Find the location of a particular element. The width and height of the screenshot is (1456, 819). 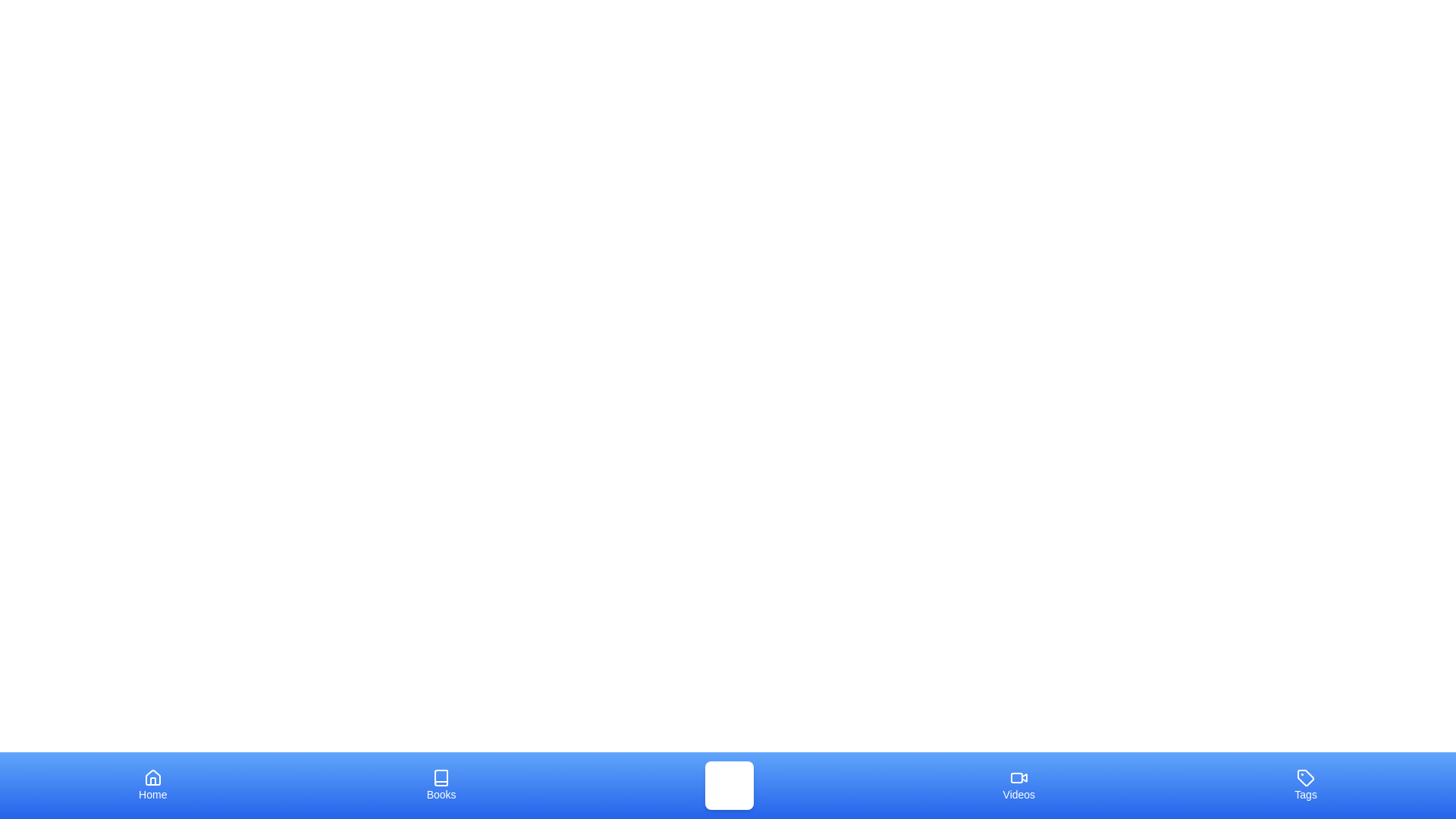

the tab labeled Tags is located at coordinates (1305, 785).